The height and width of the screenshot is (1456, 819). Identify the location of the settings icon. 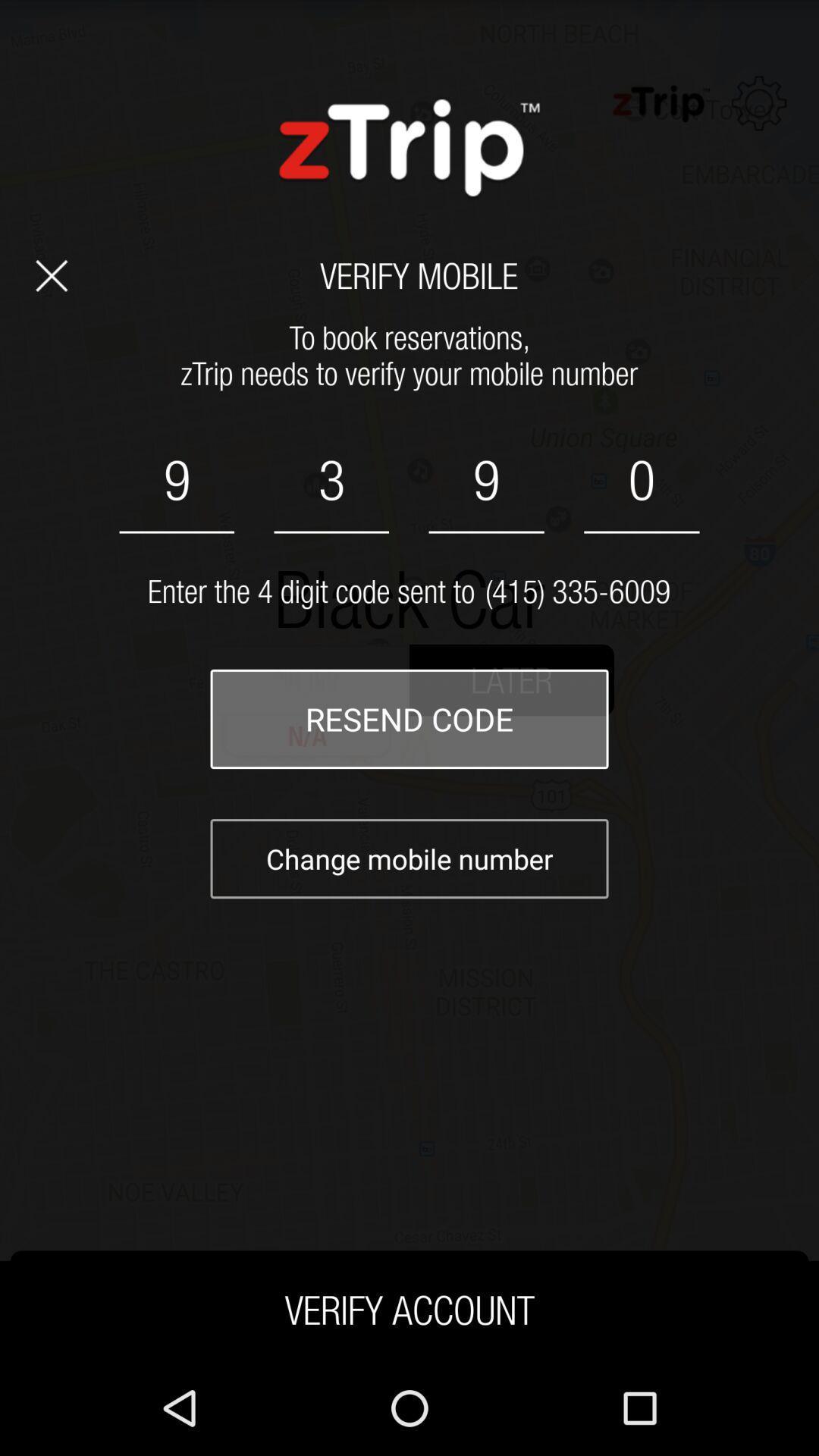
(759, 110).